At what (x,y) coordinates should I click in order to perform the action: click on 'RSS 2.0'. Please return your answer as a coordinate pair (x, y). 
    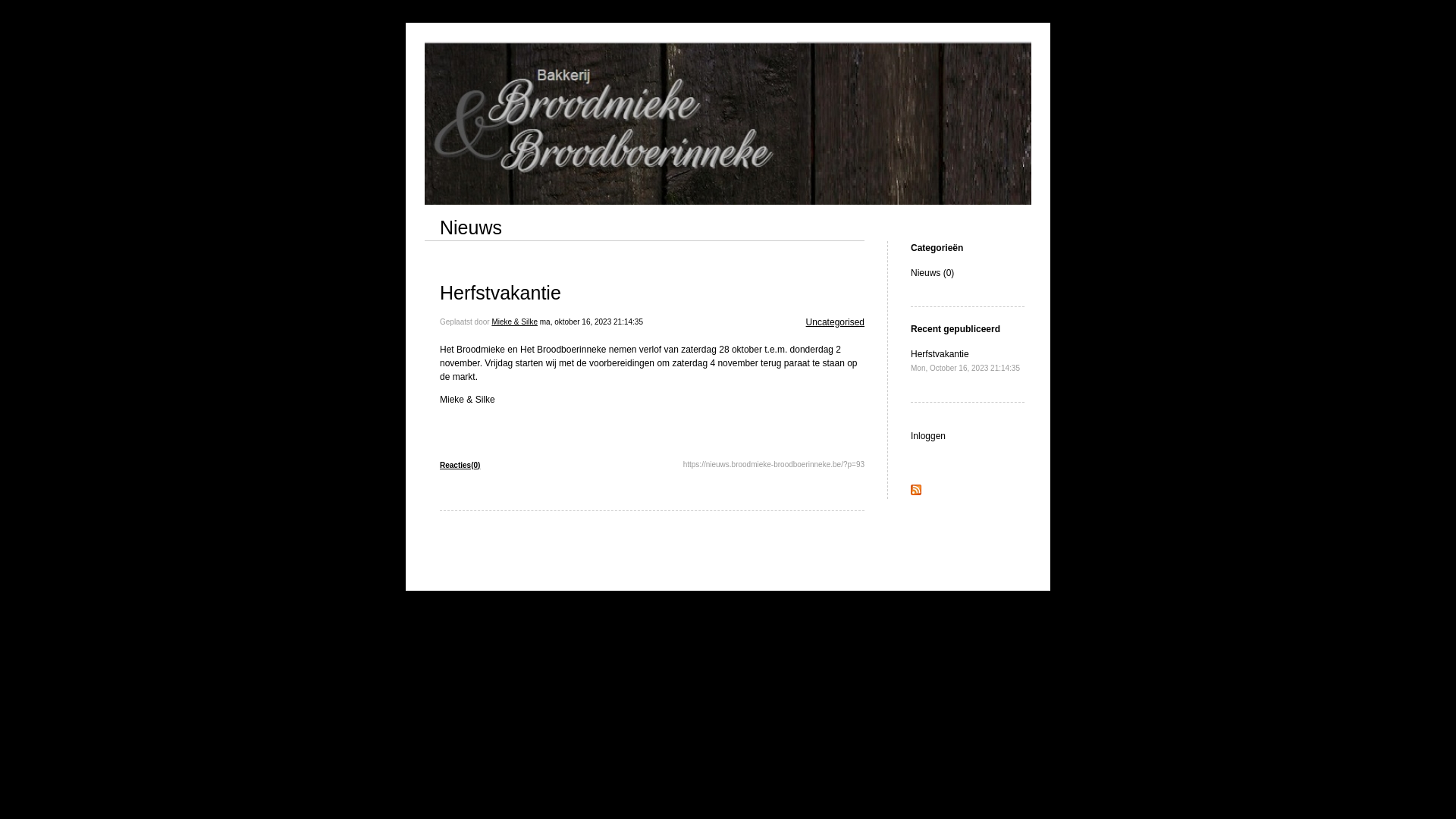
    Looking at the image, I should click on (915, 491).